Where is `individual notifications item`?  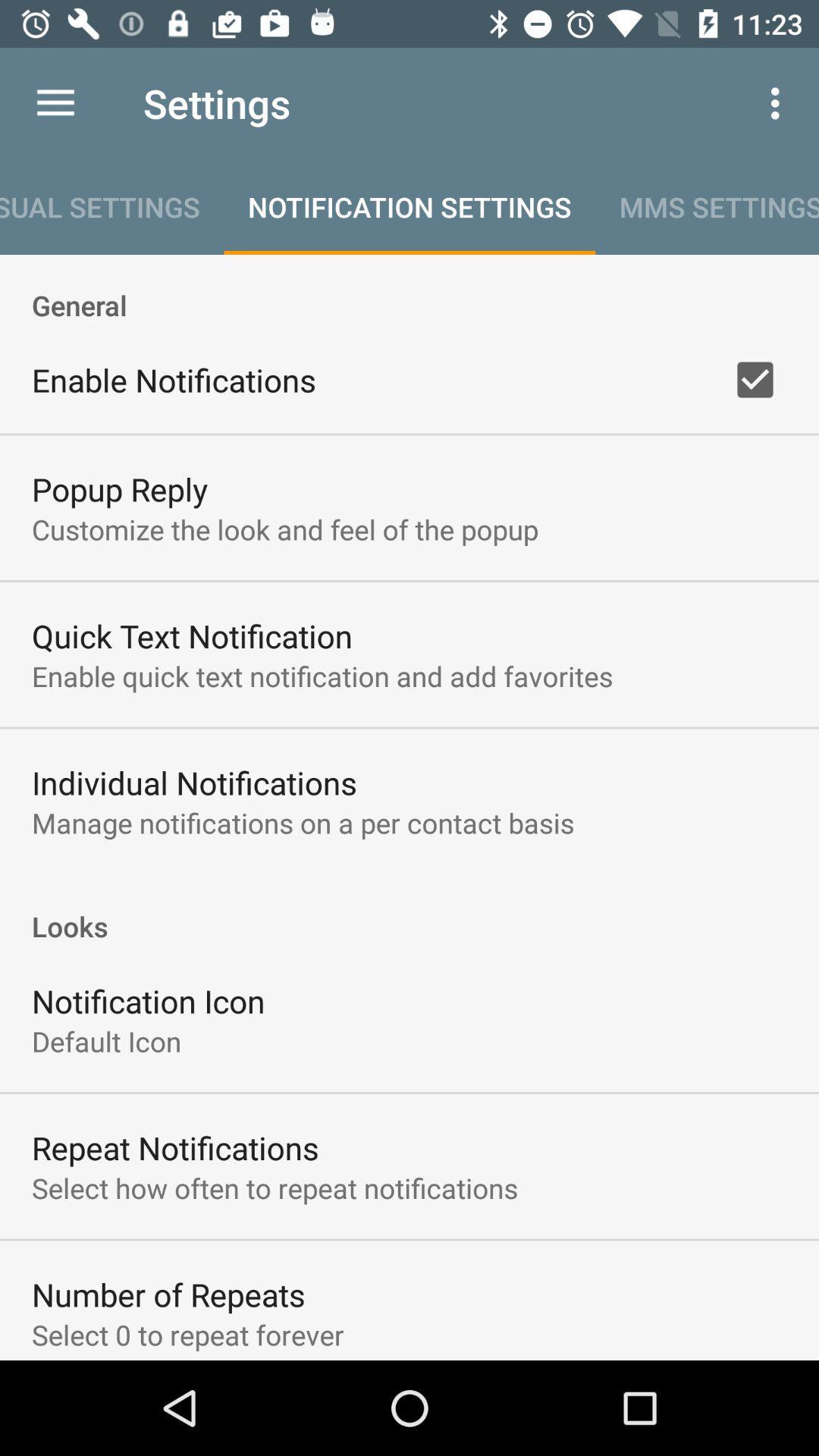
individual notifications item is located at coordinates (193, 783).